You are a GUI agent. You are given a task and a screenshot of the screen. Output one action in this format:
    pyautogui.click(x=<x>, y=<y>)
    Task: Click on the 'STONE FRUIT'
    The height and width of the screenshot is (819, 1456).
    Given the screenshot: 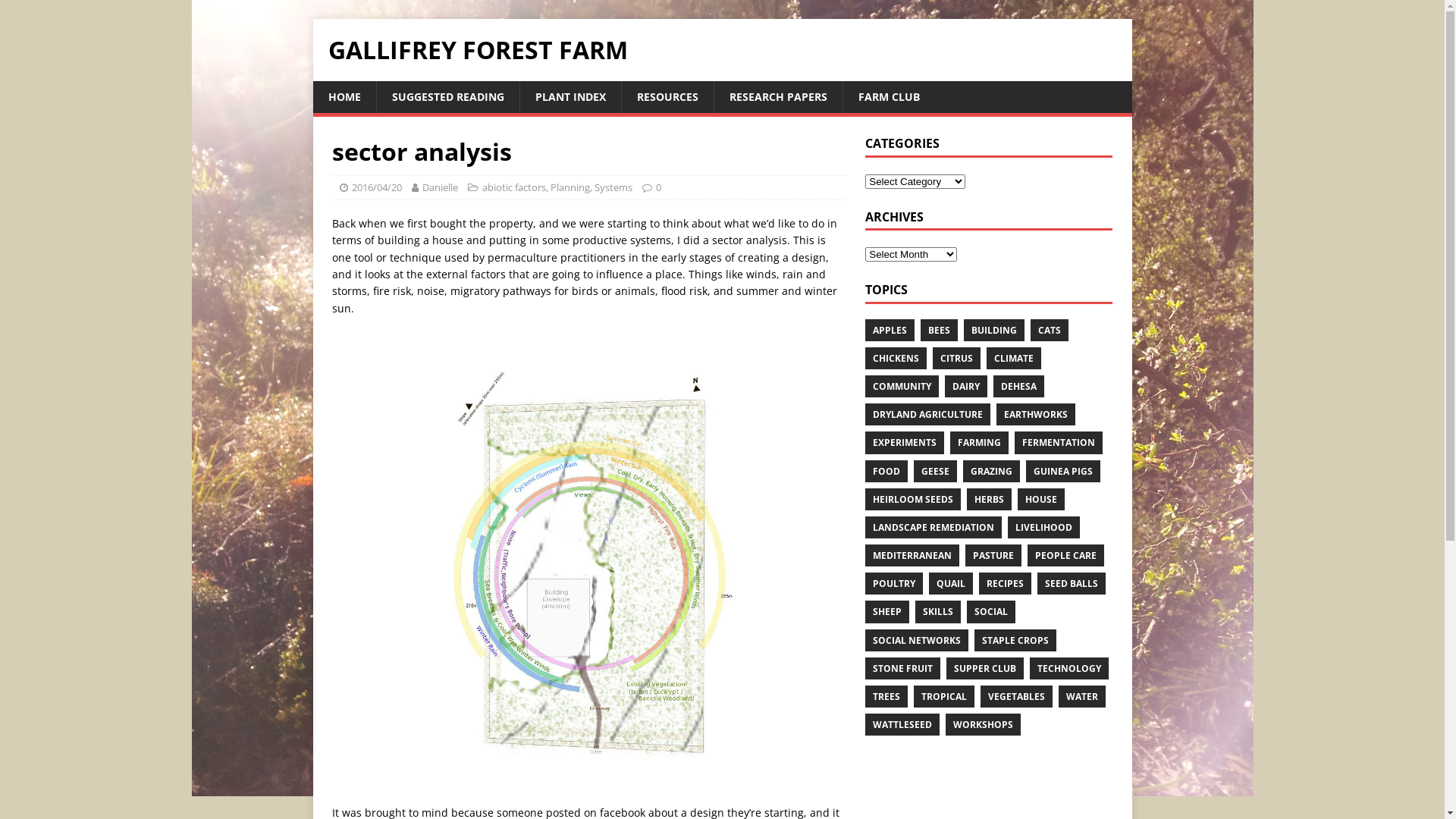 What is the action you would take?
    pyautogui.click(x=902, y=667)
    